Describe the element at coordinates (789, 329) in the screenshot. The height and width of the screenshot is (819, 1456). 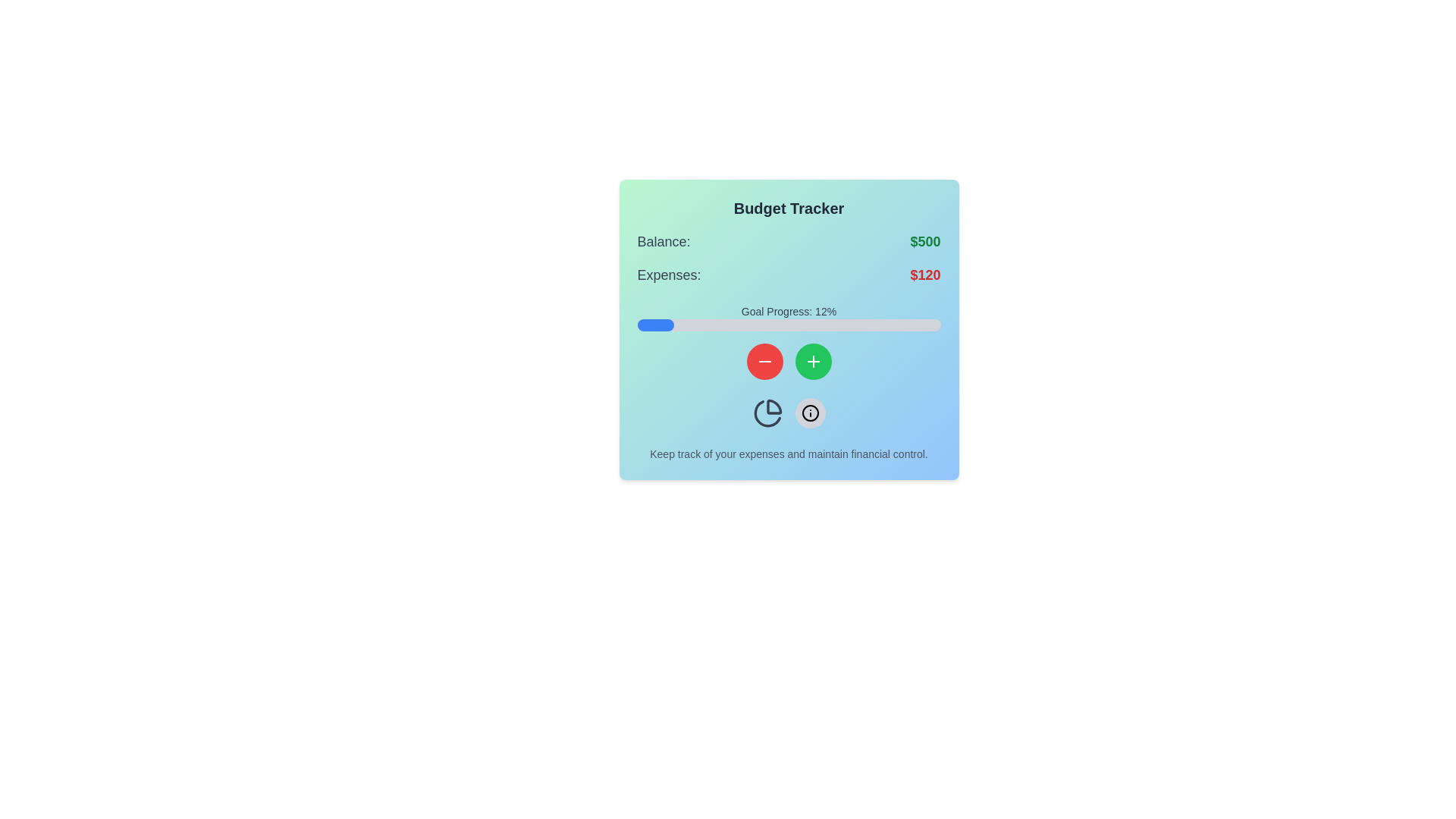
I see `the buttons on the financial operations card, which features a gradient background and various embedded controls, located at the center of the interface` at that location.